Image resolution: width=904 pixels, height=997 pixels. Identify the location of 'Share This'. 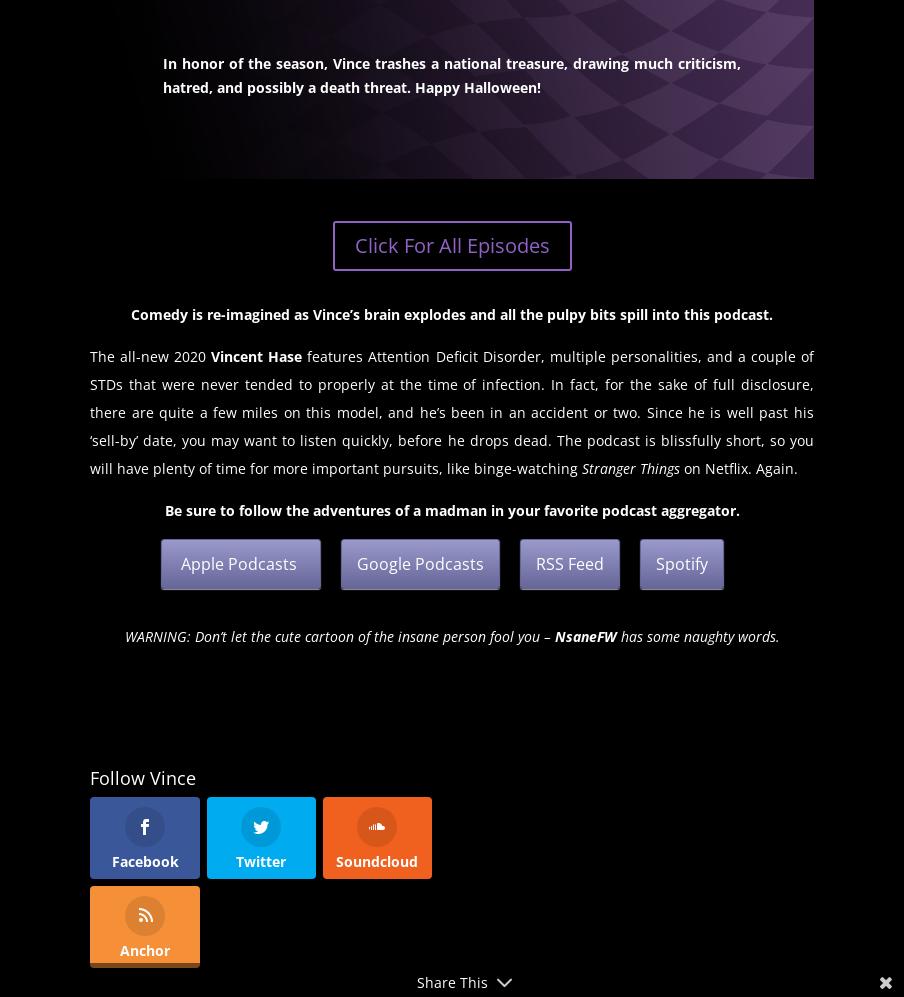
(416, 981).